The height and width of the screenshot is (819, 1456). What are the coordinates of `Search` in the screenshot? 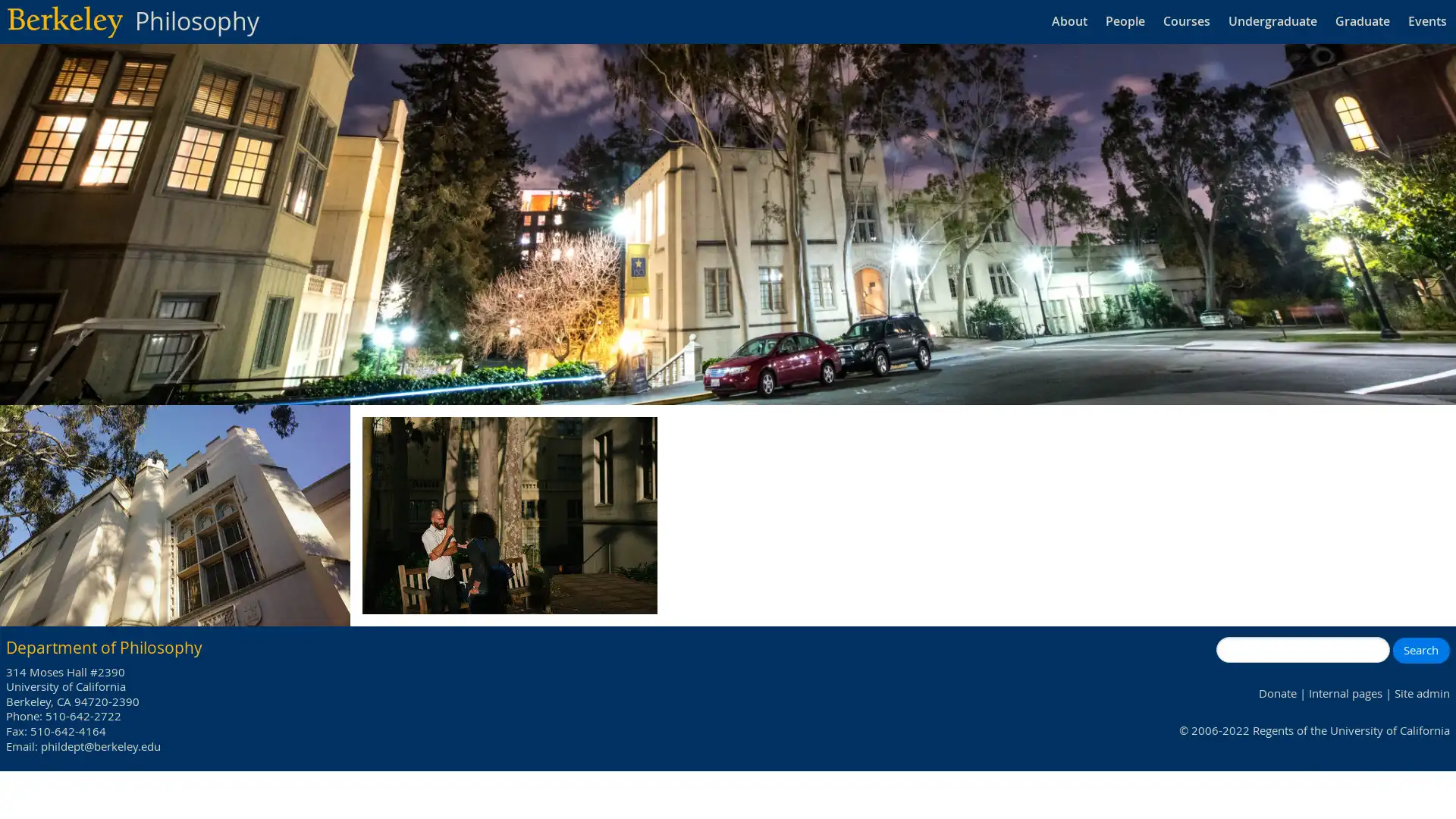 It's located at (1420, 648).